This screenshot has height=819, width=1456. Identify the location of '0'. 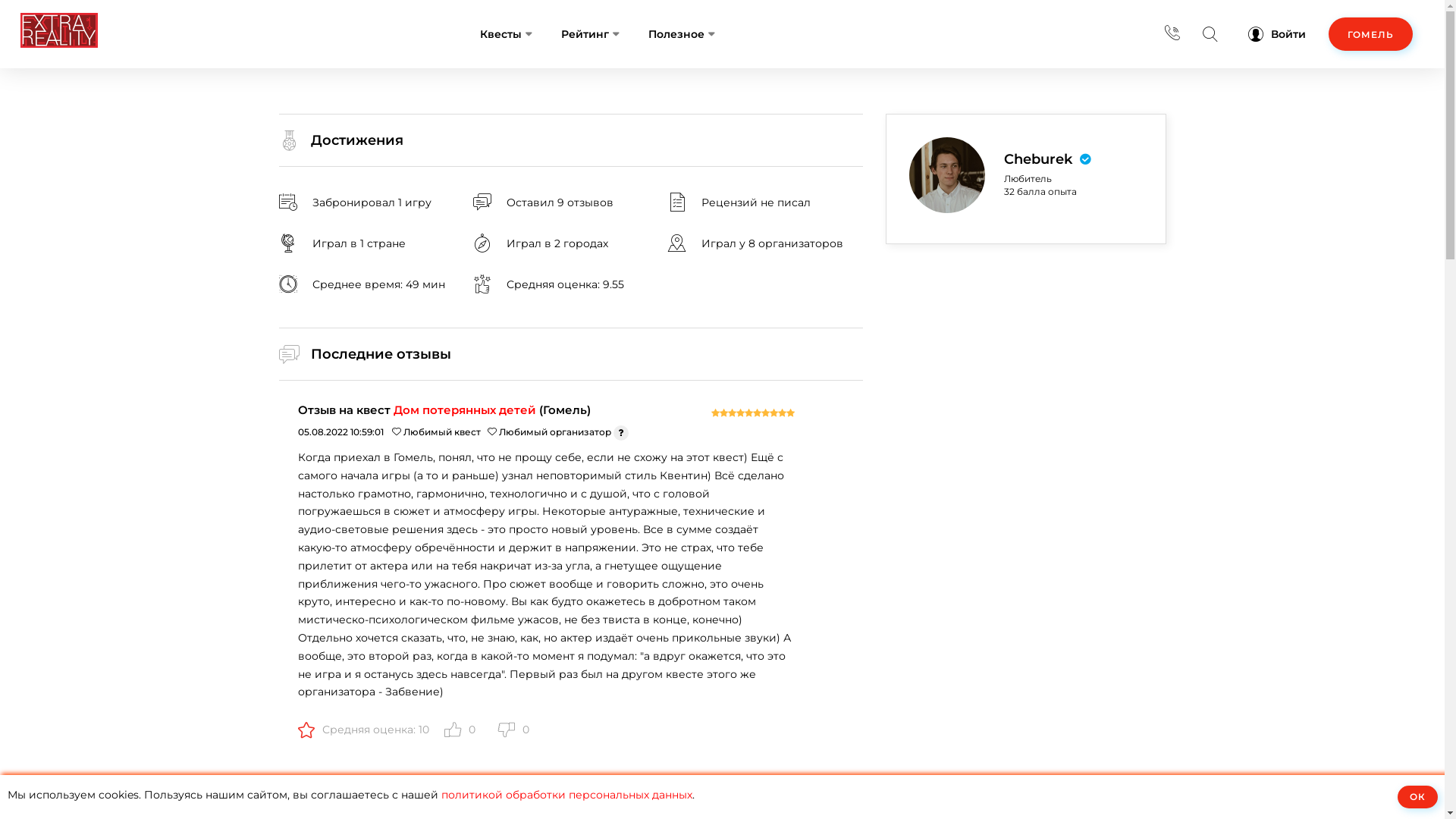
(513, 728).